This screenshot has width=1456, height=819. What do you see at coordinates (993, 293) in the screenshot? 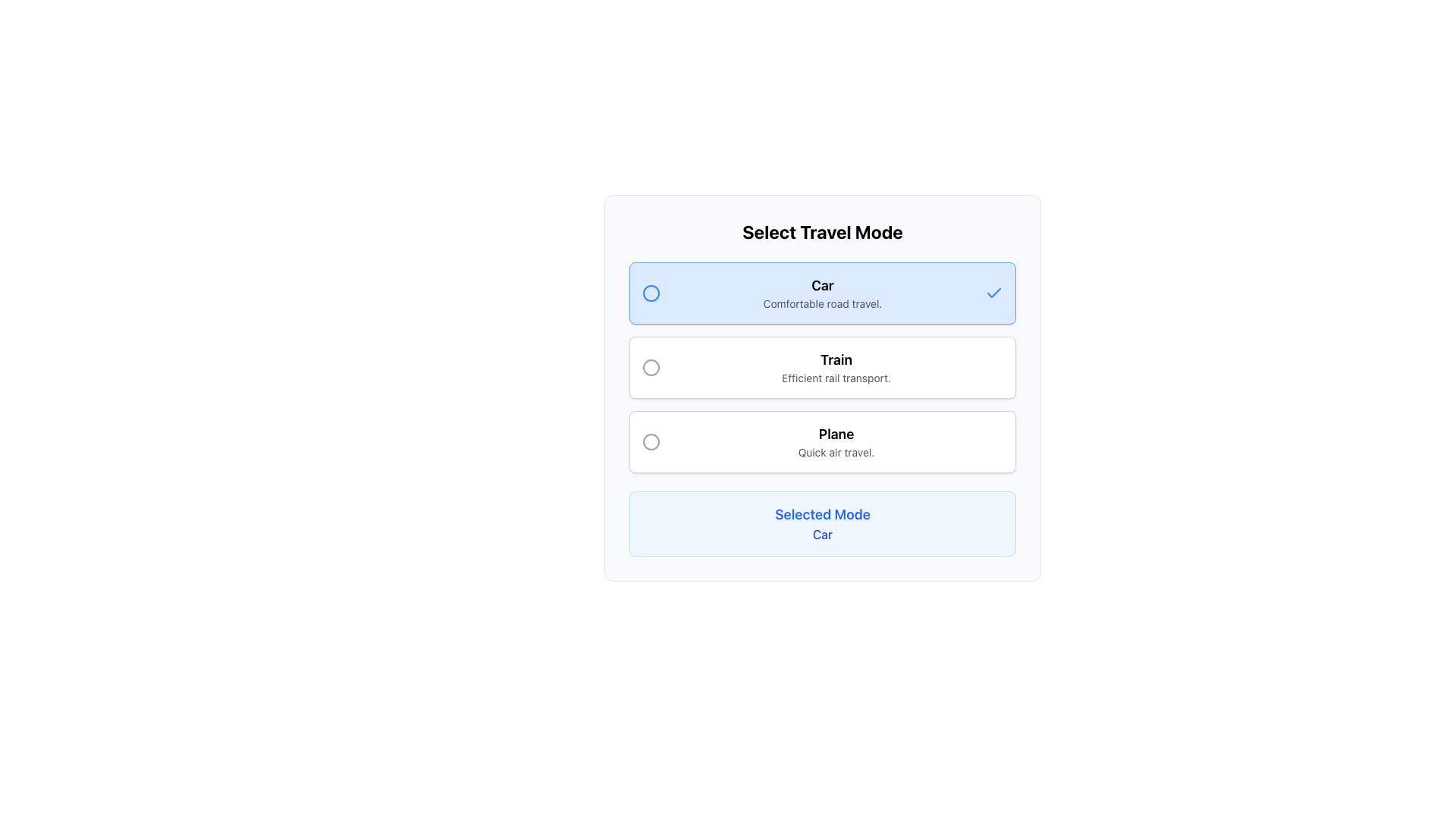
I see `the small blue checkmark icon next to the 'Car' text` at bounding box center [993, 293].